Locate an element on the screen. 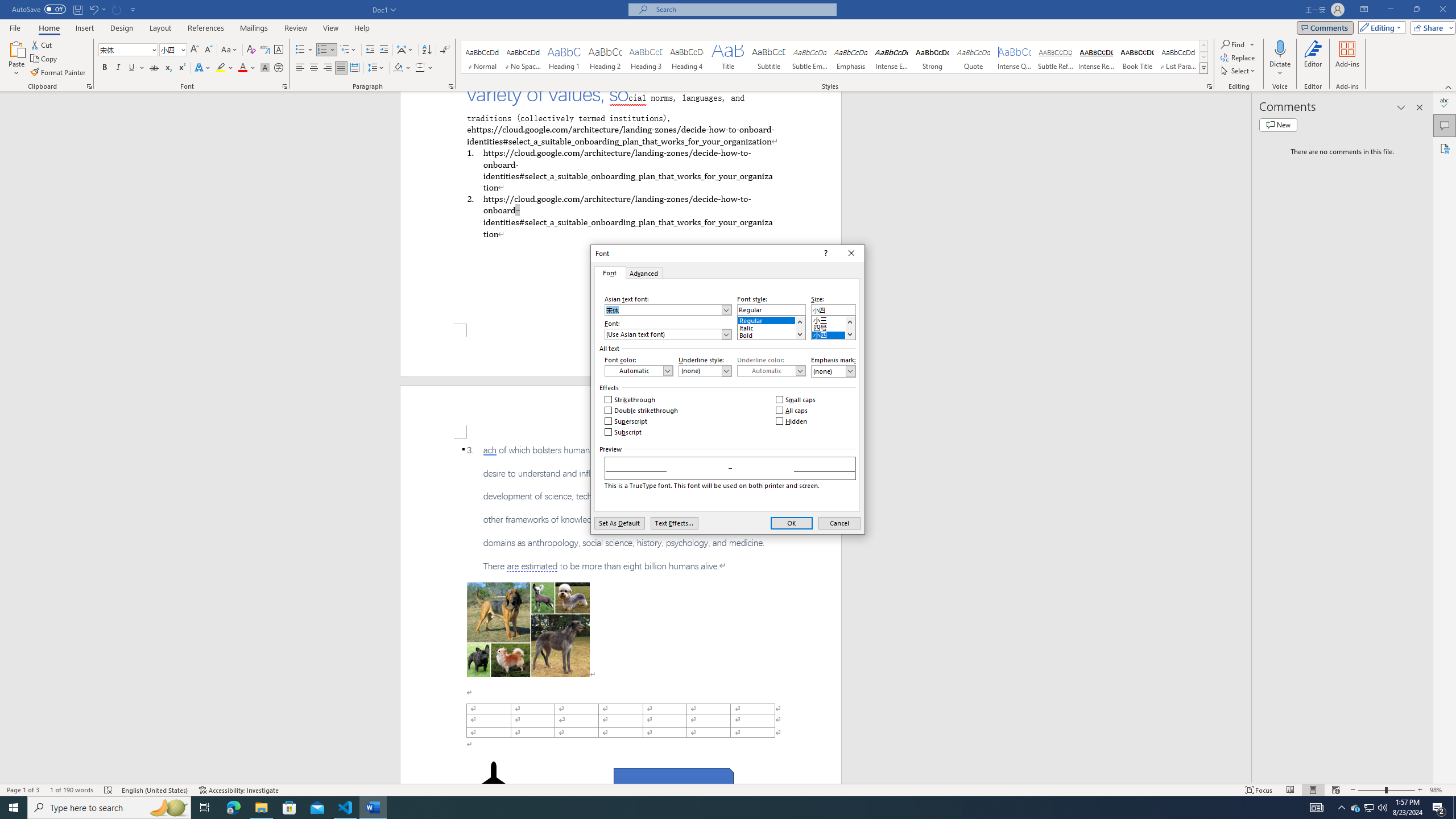  'Search highlights icon opens search home window' is located at coordinates (167, 806).